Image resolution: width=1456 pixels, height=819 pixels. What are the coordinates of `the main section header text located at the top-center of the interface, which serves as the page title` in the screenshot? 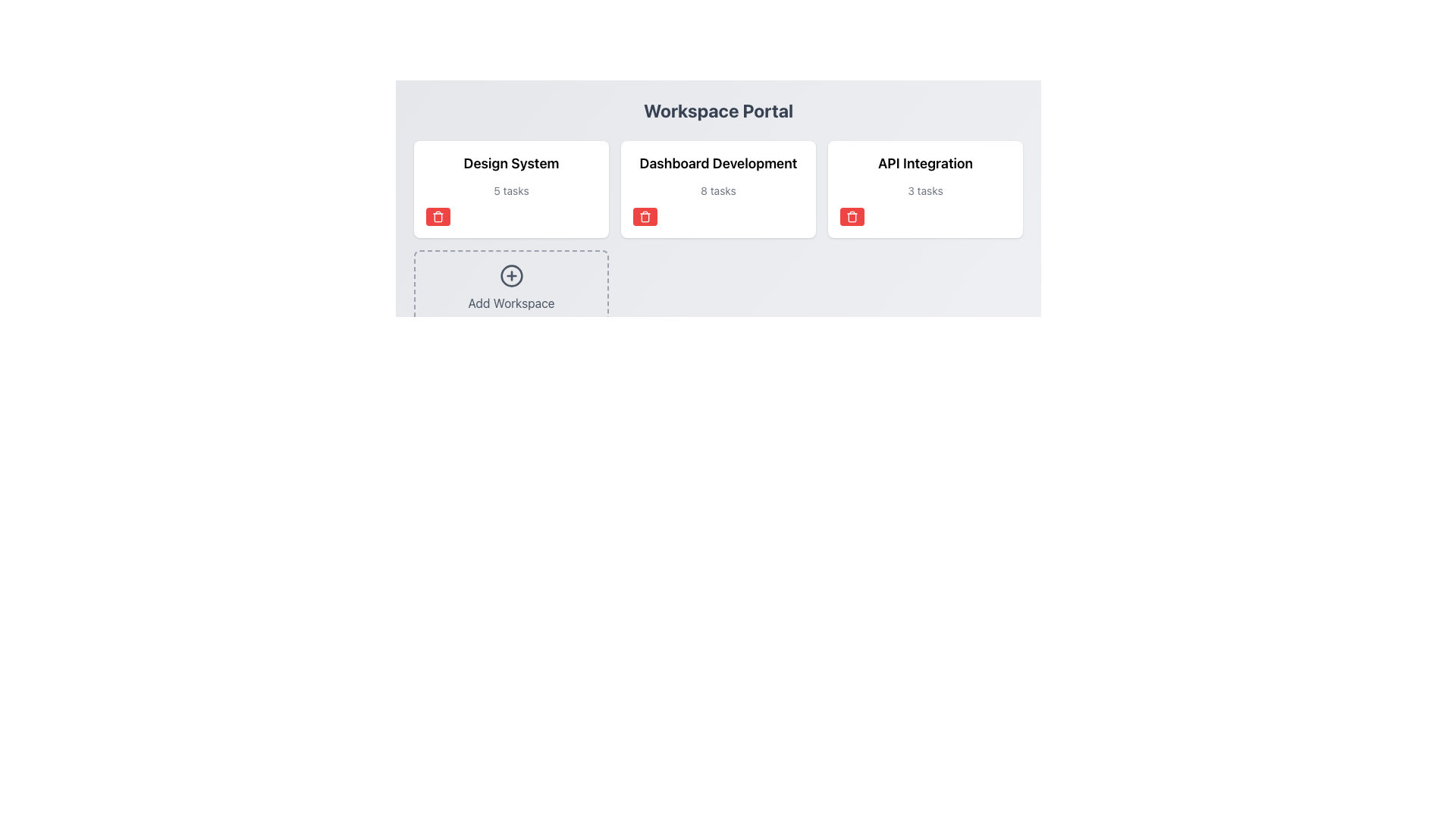 It's located at (717, 110).